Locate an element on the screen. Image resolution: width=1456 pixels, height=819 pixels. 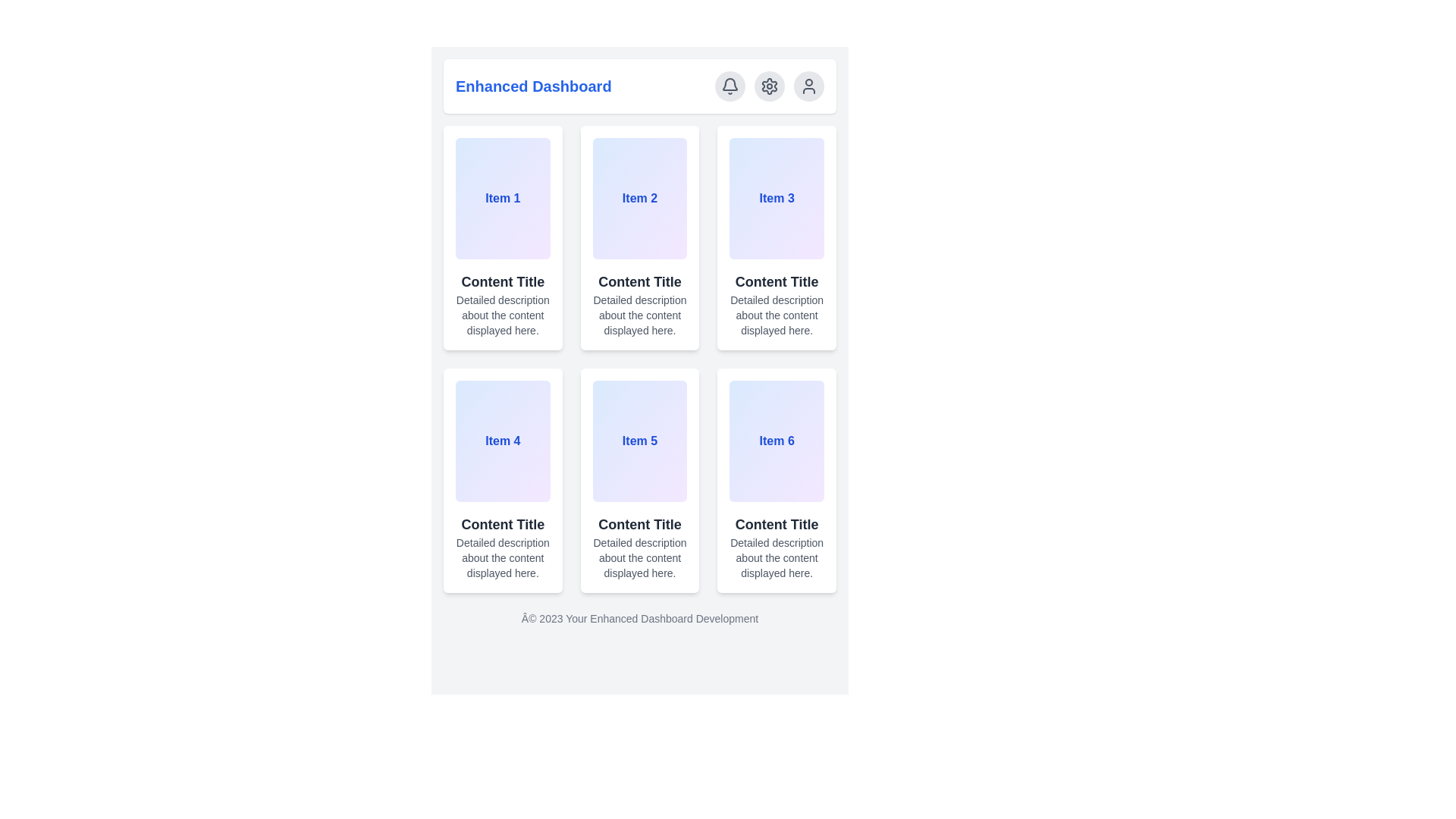
text of the title label located in the first card of the 3x2 grid under the 'Enhanced Dashboard' title is located at coordinates (503, 198).